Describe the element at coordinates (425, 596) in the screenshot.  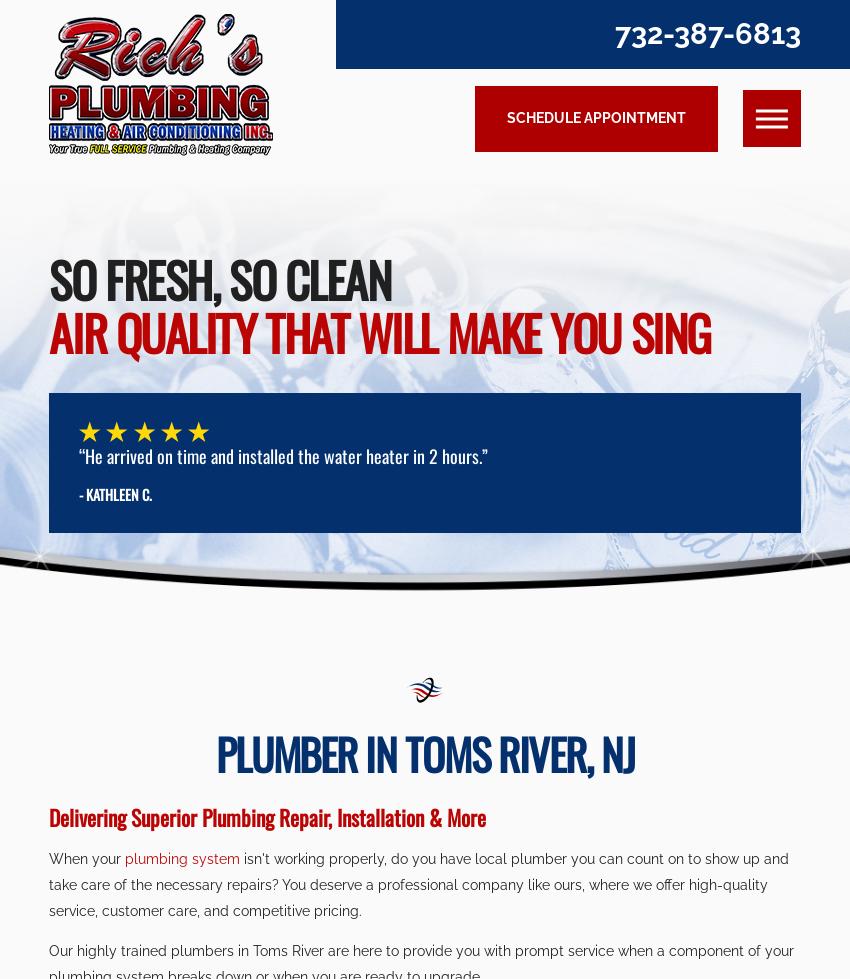
I see `'Submit Form'` at that location.